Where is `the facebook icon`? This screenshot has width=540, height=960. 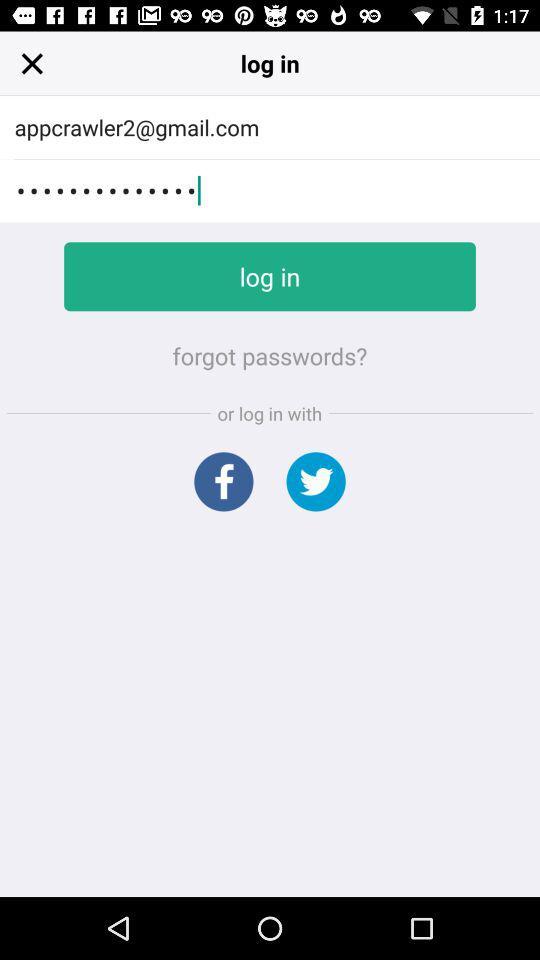
the facebook icon is located at coordinates (222, 480).